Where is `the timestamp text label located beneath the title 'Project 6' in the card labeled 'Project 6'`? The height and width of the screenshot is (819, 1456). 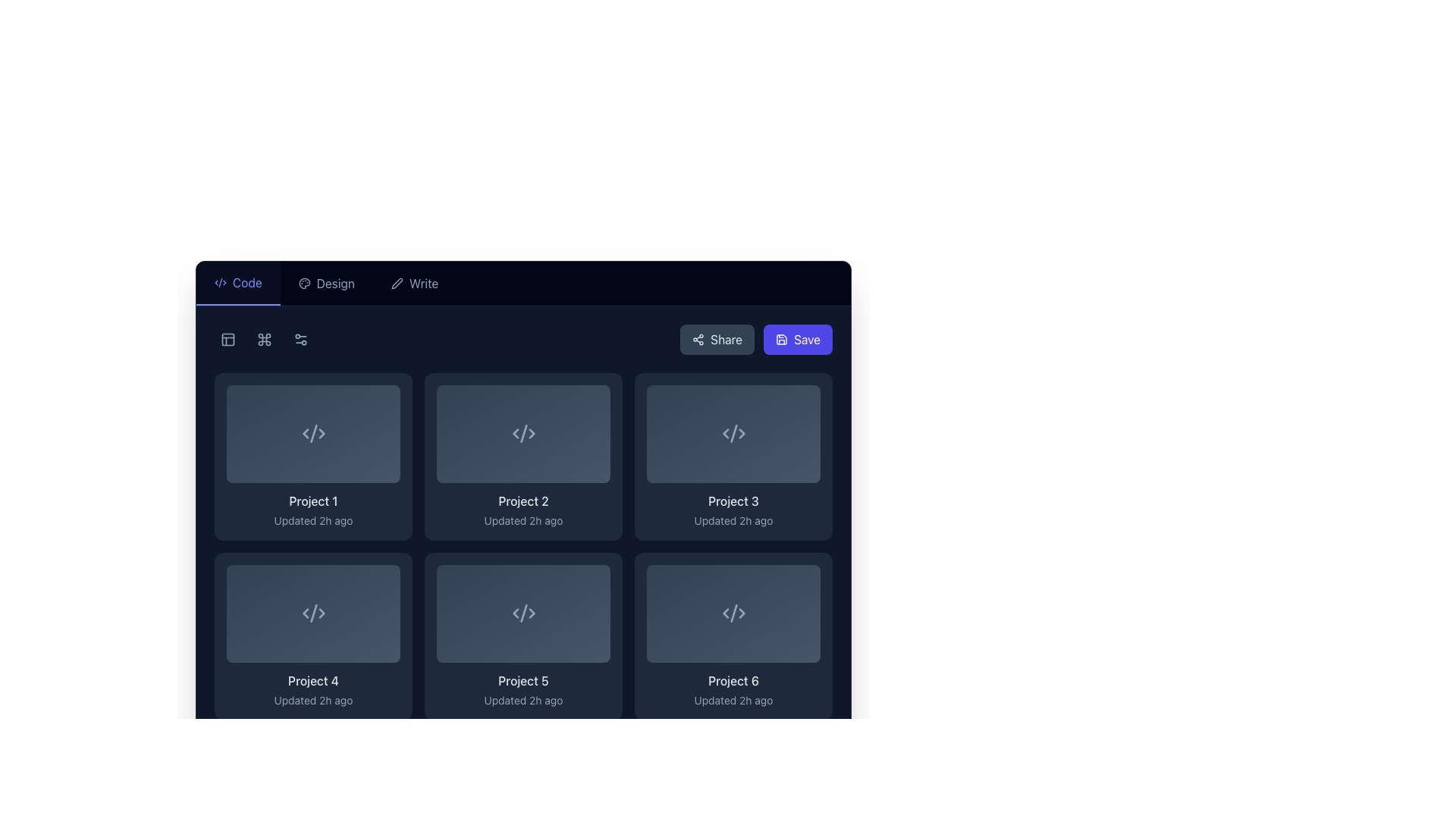
the timestamp text label located beneath the title 'Project 6' in the card labeled 'Project 6' is located at coordinates (733, 700).